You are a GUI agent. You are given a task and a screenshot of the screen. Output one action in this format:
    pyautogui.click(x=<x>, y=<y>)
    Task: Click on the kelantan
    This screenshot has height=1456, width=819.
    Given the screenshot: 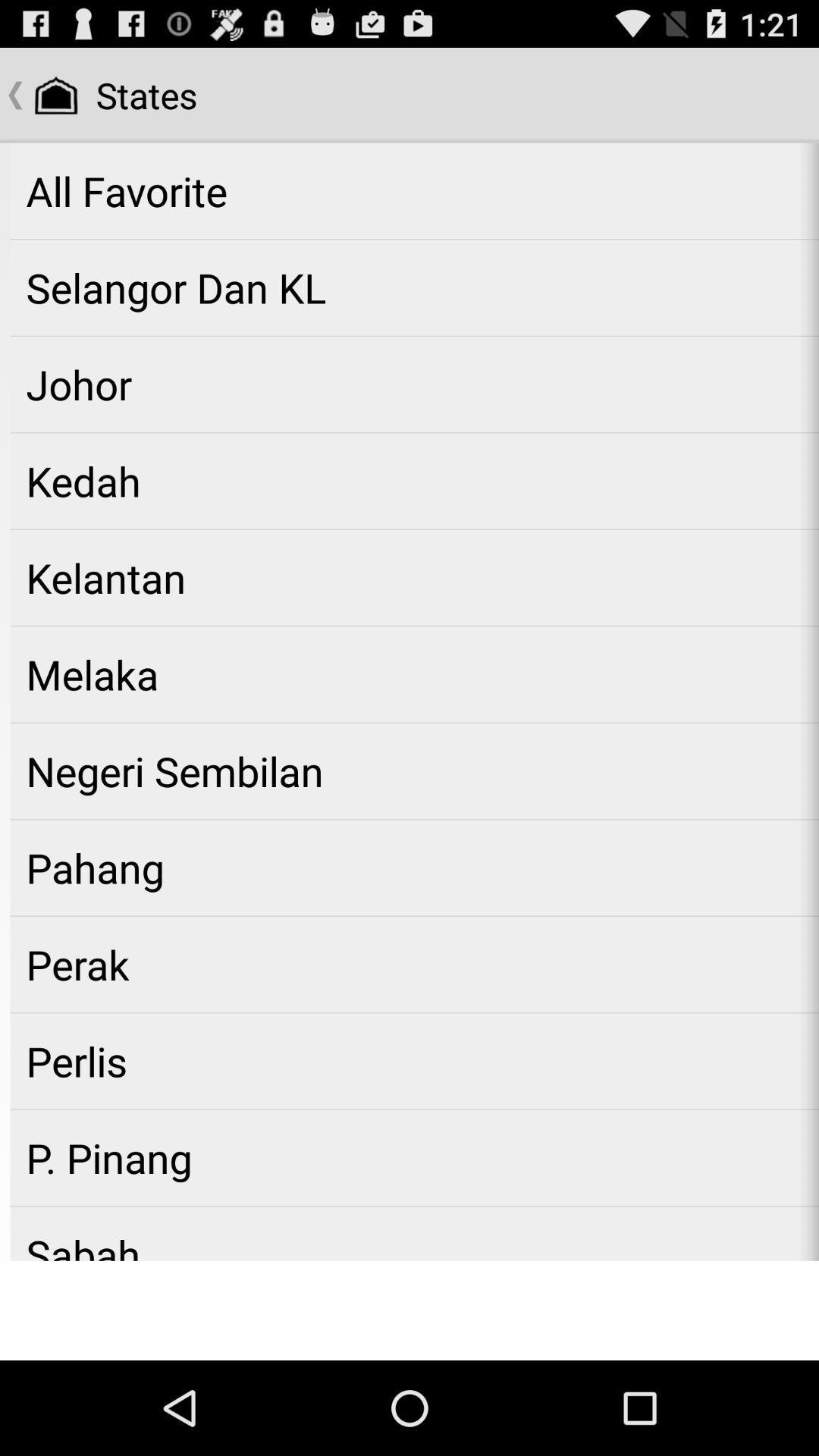 What is the action you would take?
    pyautogui.click(x=414, y=577)
    